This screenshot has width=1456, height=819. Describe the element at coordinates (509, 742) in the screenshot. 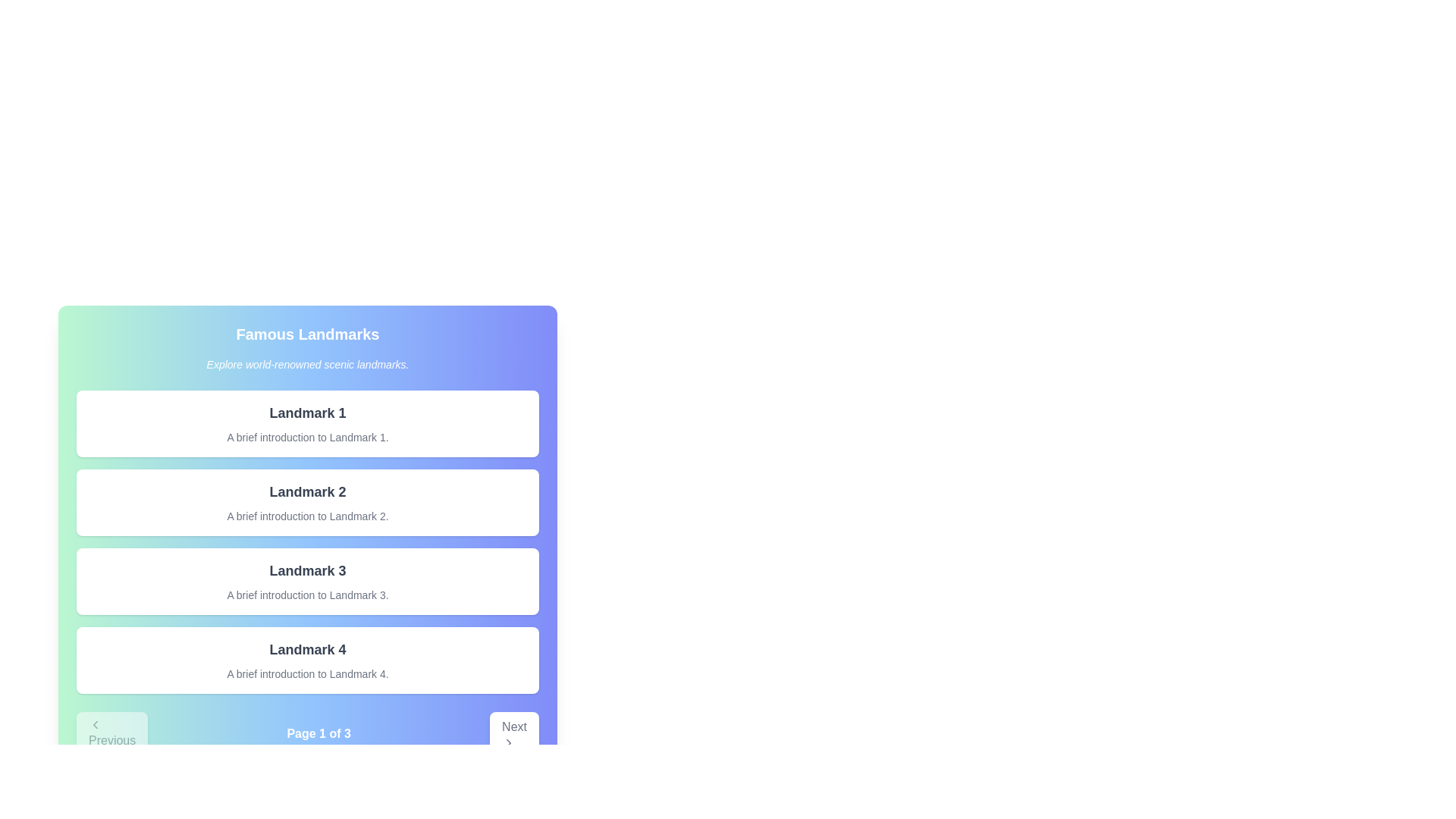

I see `the directional navigation icon located in the bottom-right corner of the interface, next to the 'Next' button` at that location.